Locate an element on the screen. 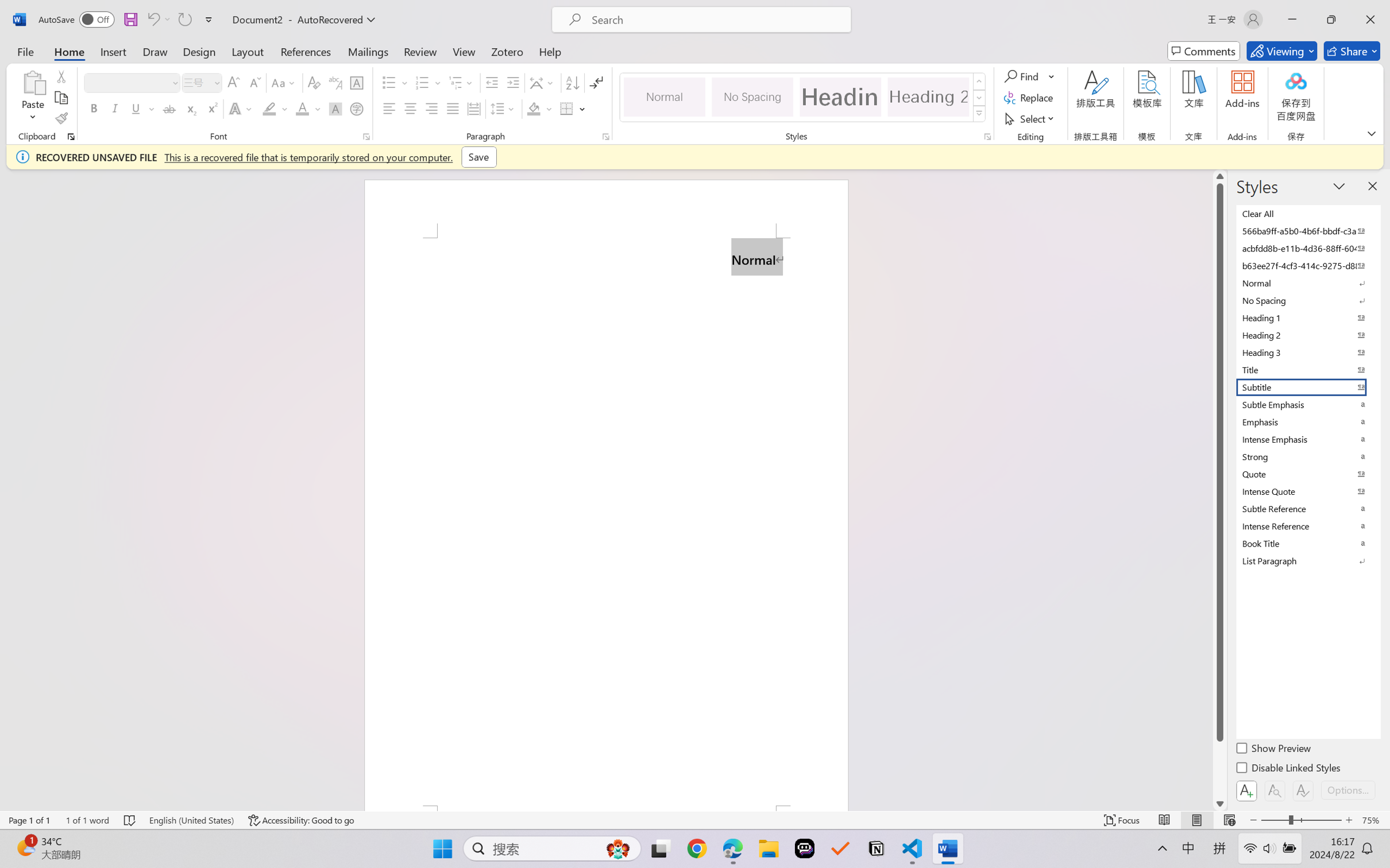 The image size is (1390, 868). 'Title' is located at coordinates (1307, 369).